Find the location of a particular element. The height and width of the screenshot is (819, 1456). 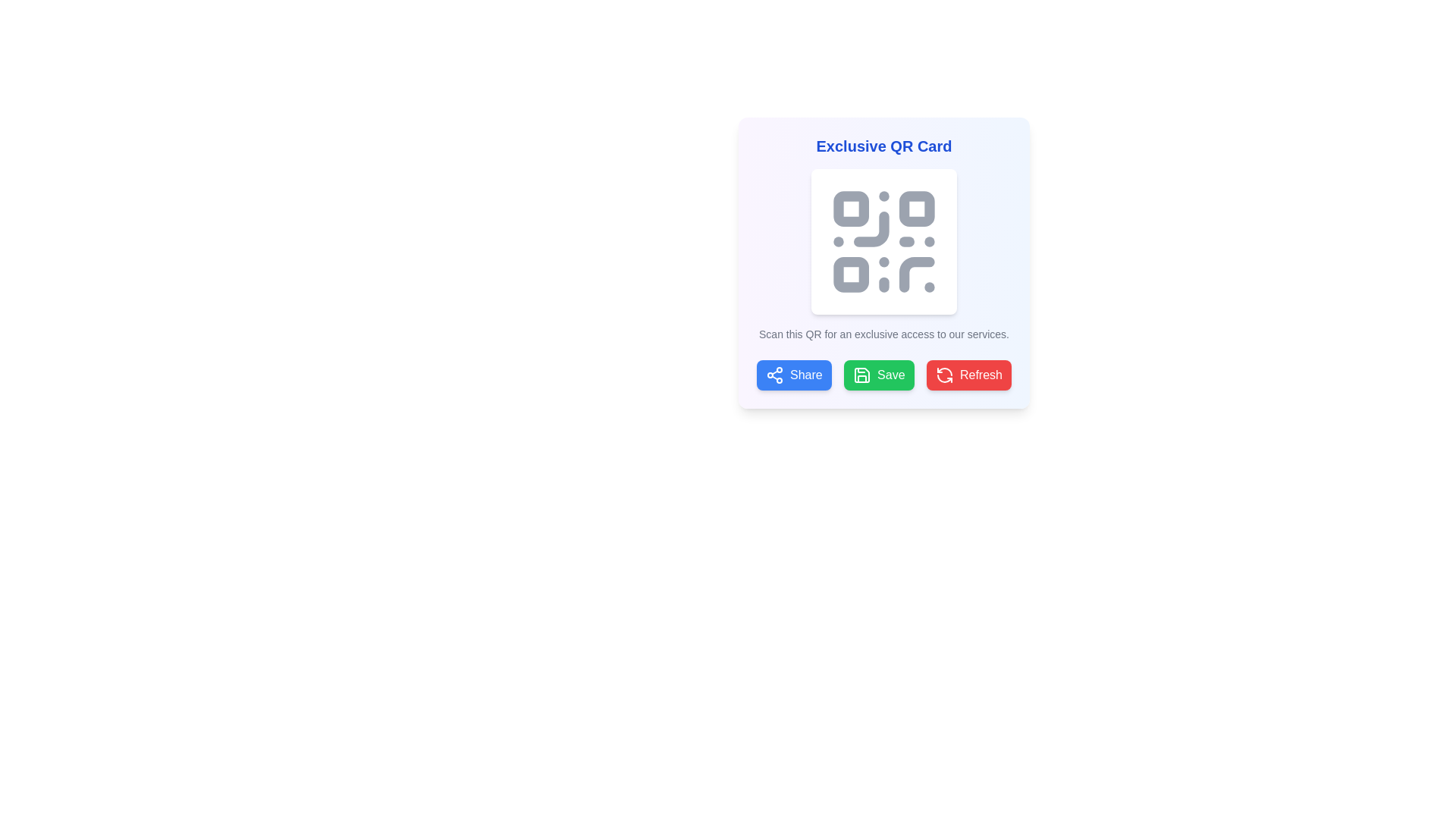

the 'Save' button text label located on the green button beneath the QR code display to observe any hover effects is located at coordinates (891, 375).